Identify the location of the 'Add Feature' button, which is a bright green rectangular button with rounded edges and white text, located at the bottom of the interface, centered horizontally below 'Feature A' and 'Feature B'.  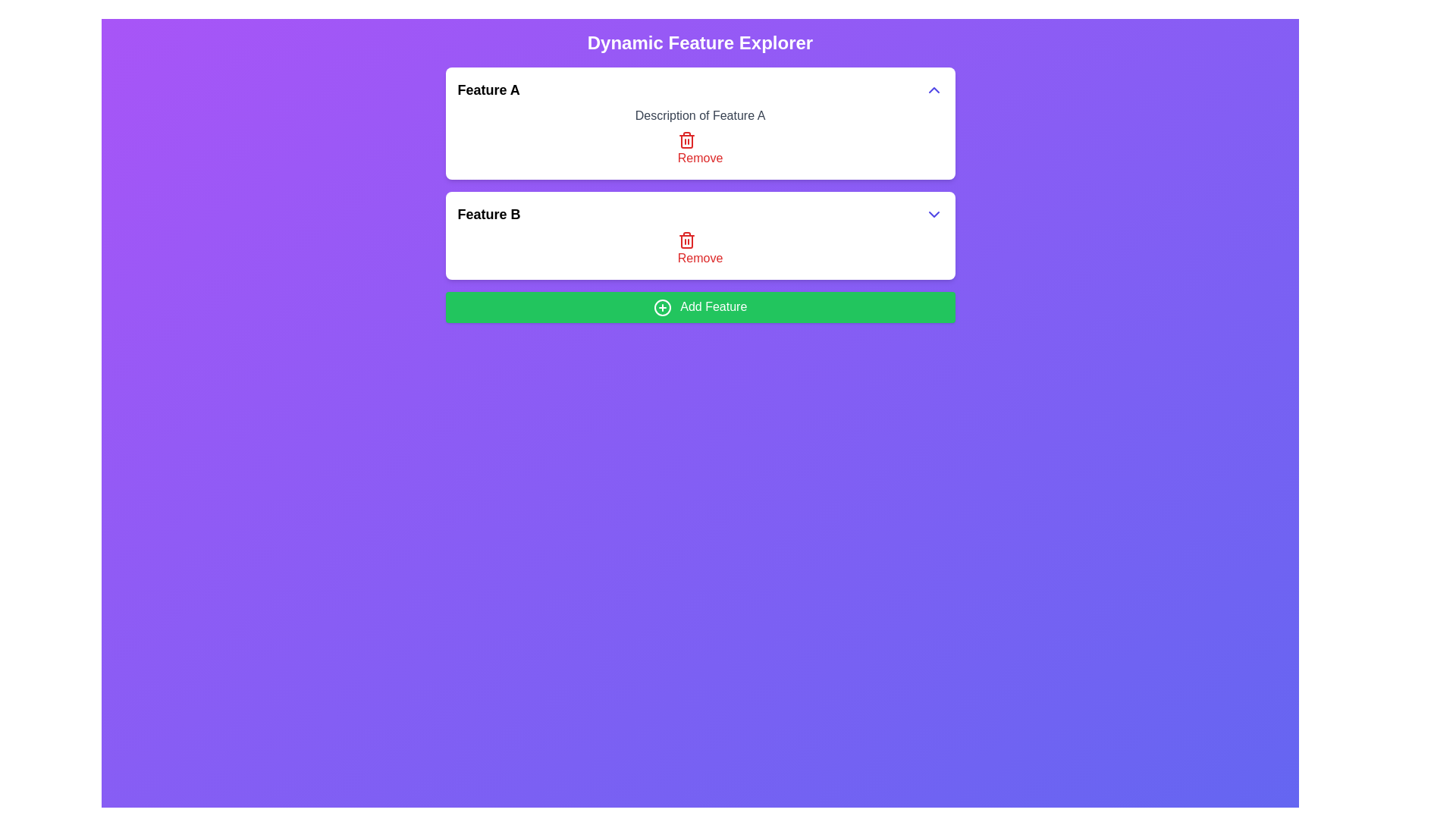
(699, 307).